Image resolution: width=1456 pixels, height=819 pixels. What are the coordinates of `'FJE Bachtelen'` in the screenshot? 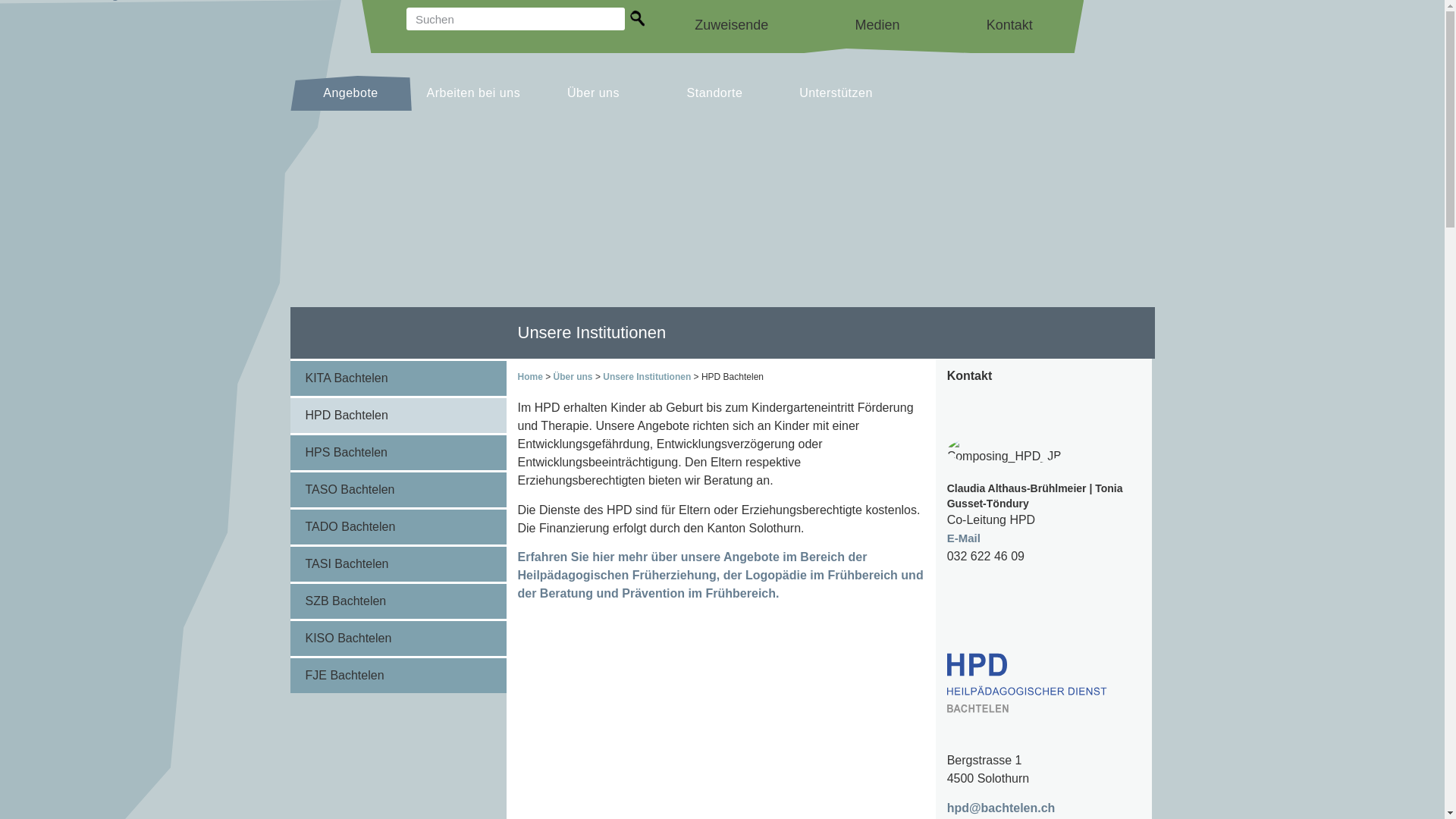 It's located at (397, 675).